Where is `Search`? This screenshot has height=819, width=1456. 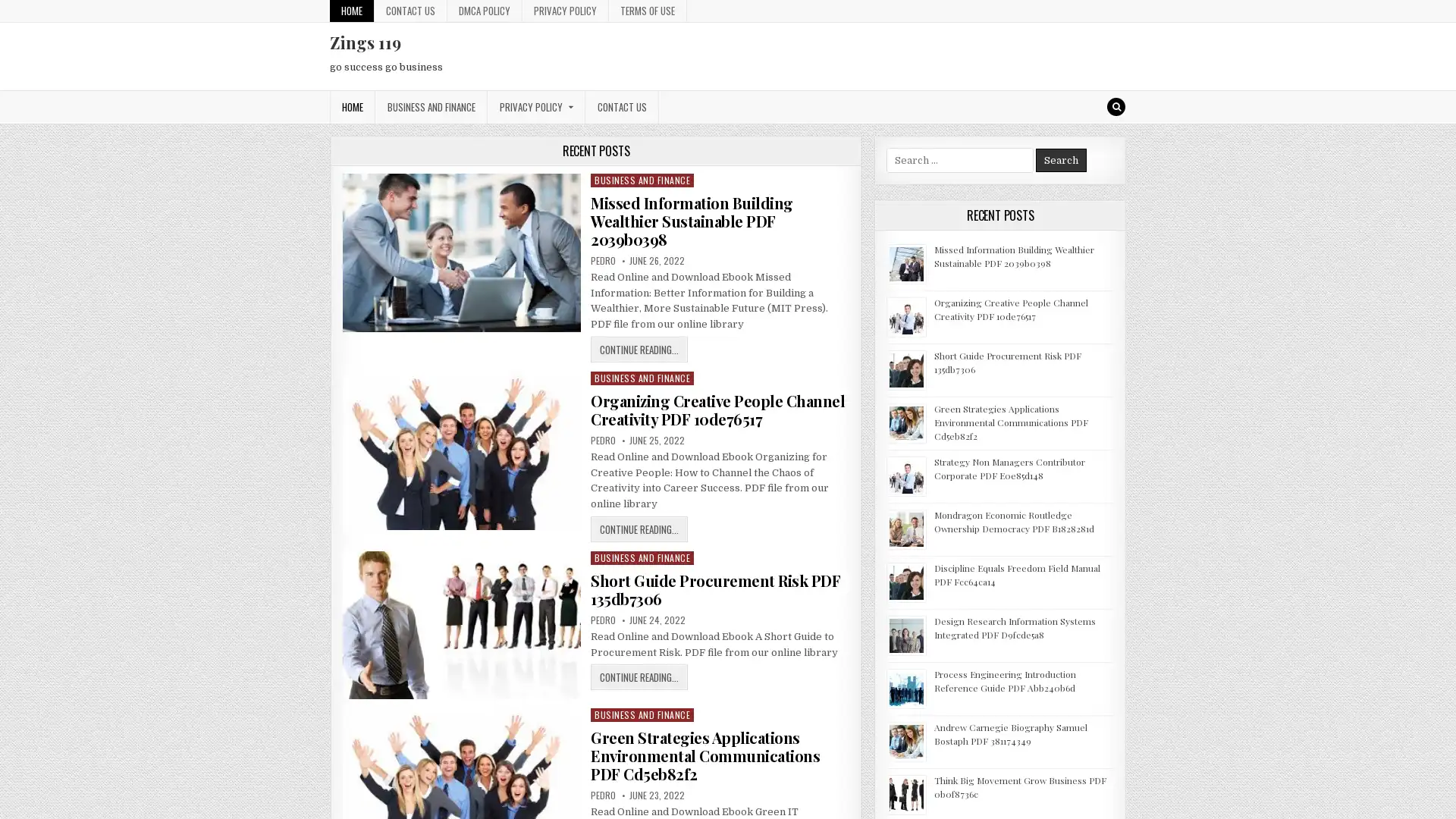
Search is located at coordinates (1060, 160).